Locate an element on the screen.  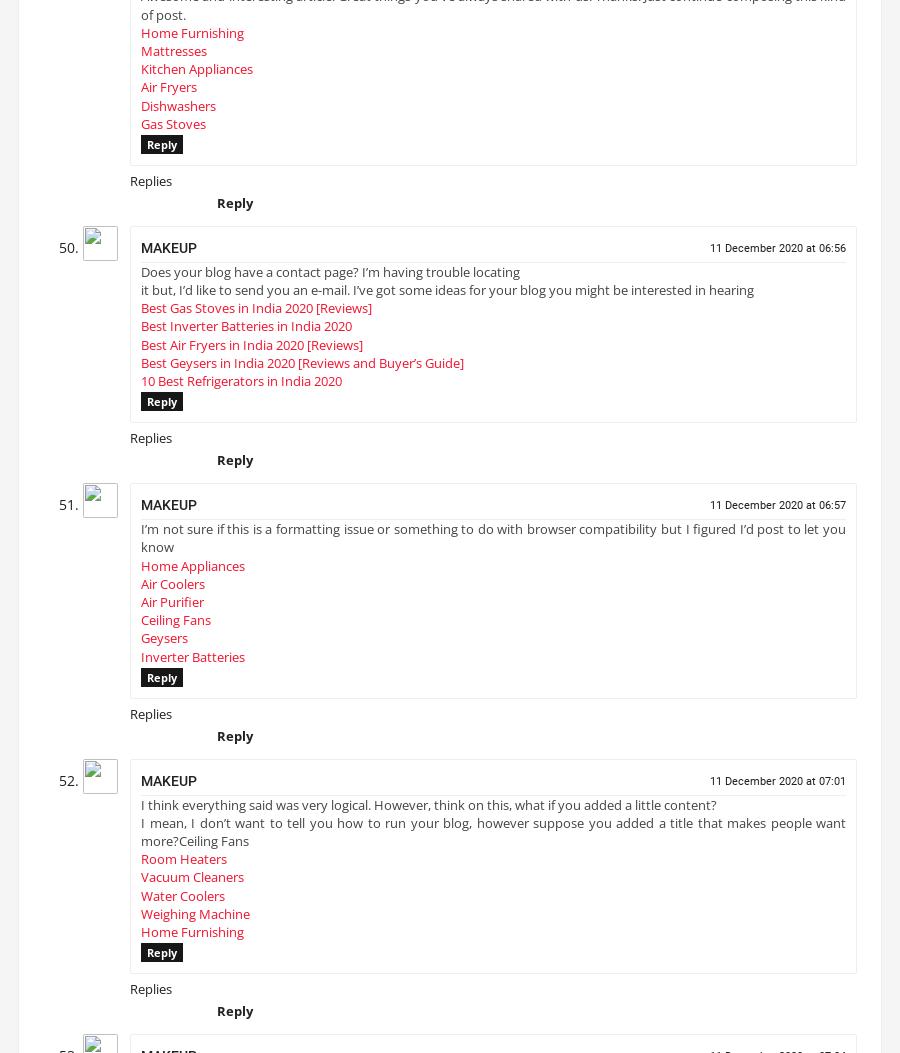
'Air Coolers' is located at coordinates (172, 591).